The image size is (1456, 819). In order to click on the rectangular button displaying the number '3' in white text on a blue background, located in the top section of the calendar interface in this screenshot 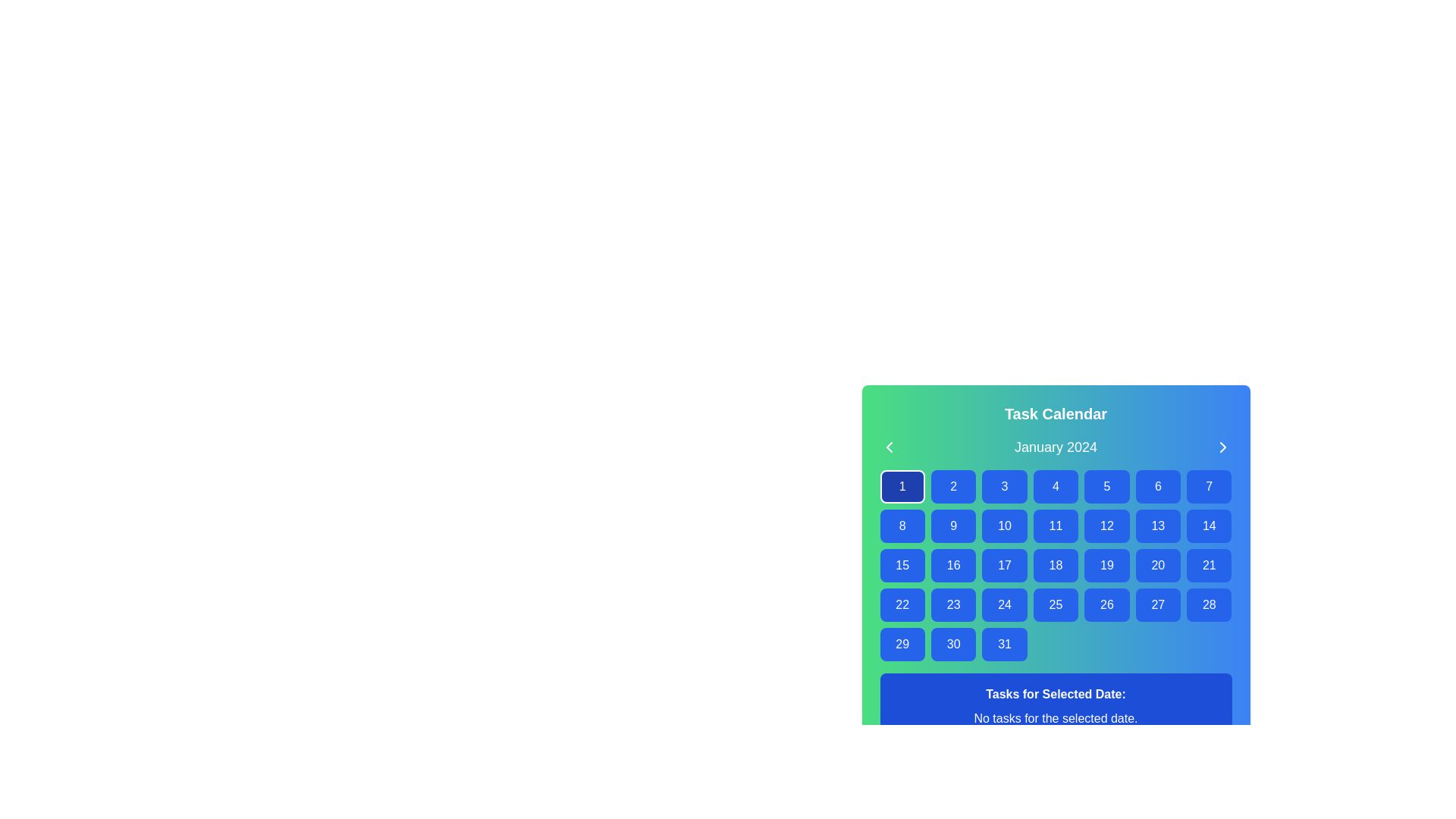, I will do `click(1004, 486)`.